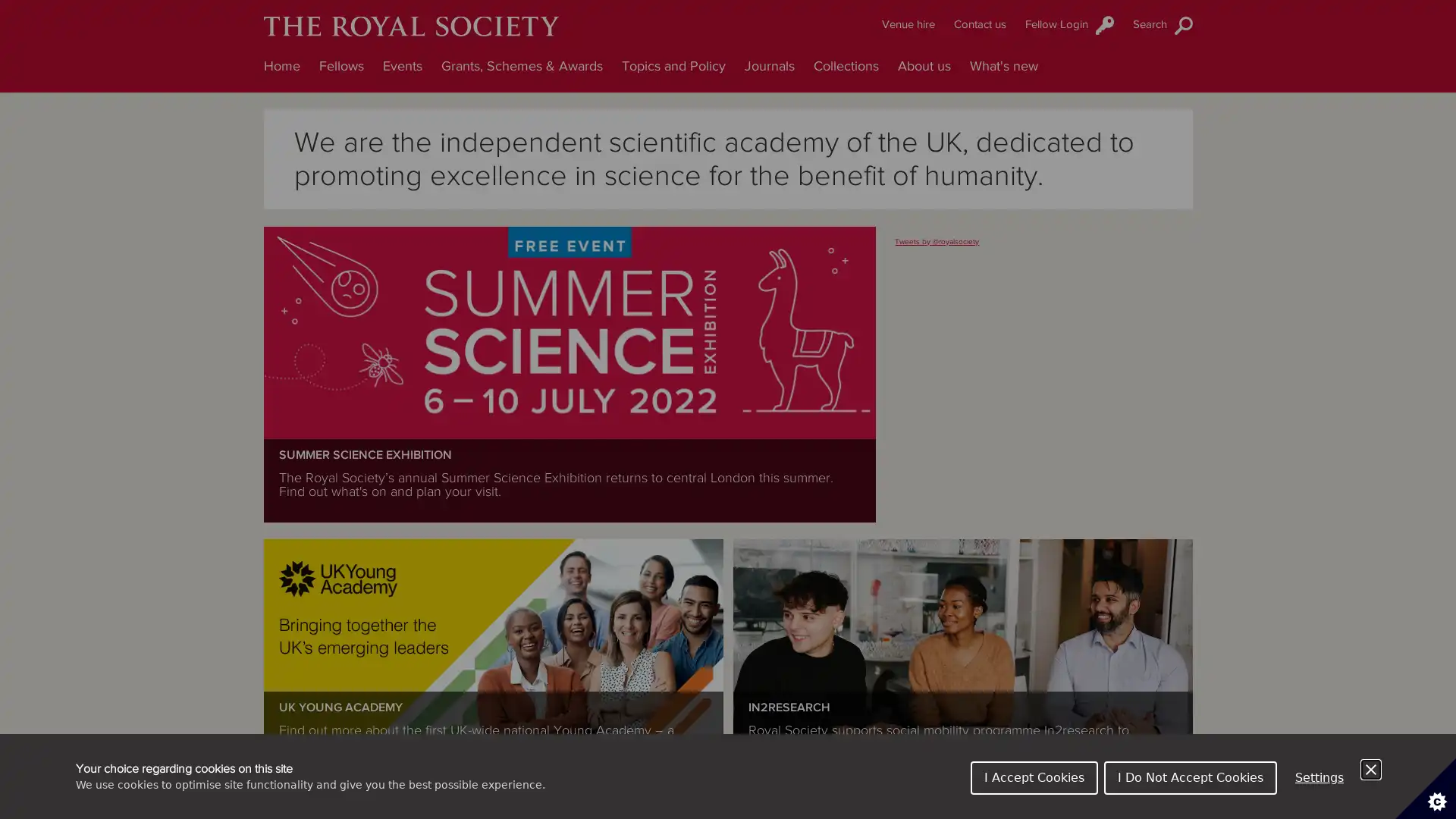 The width and height of the screenshot is (1456, 819). What do you see at coordinates (1371, 769) in the screenshot?
I see `Close Cookie Control` at bounding box center [1371, 769].